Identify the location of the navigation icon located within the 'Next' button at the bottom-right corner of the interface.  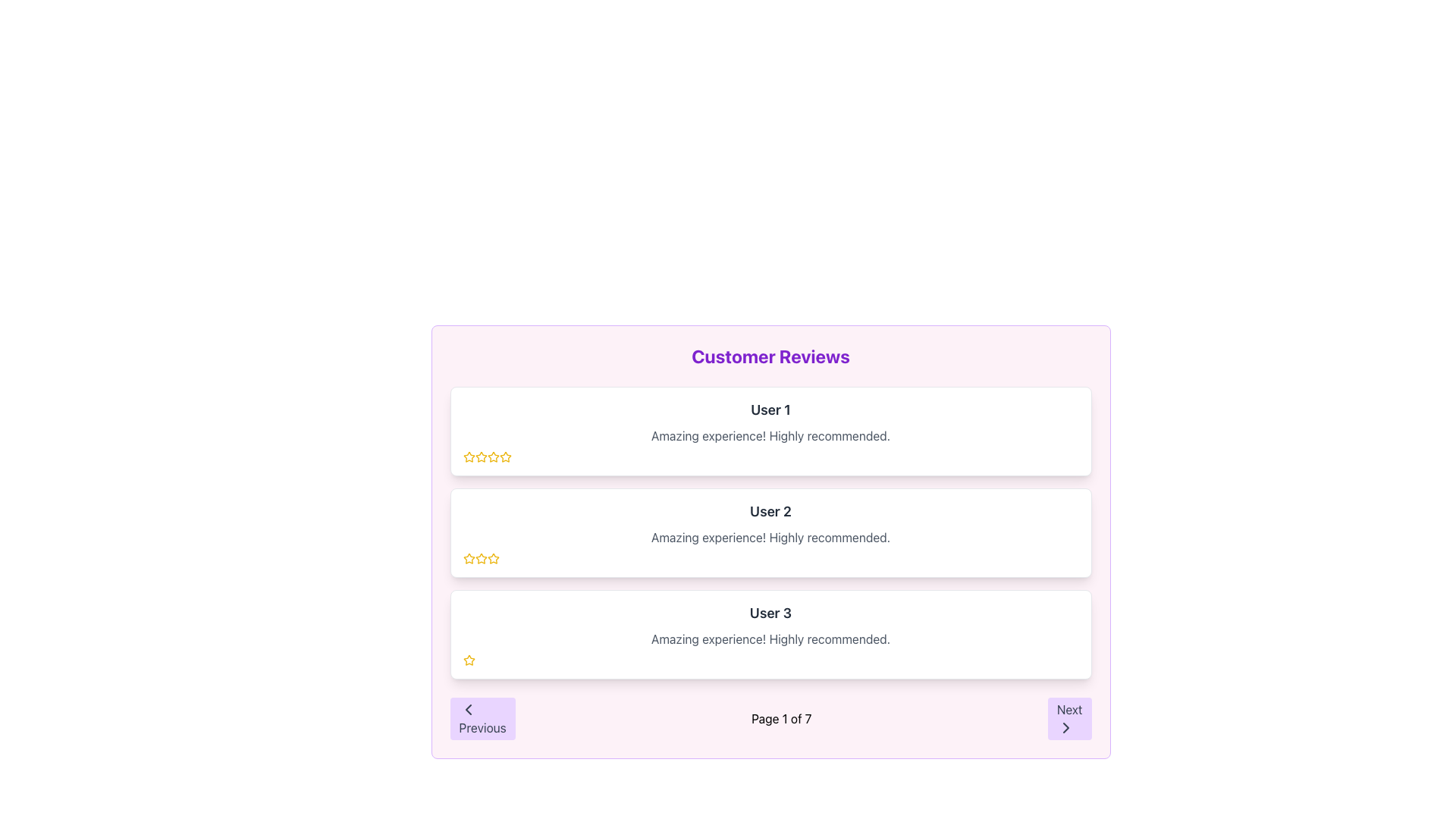
(1065, 727).